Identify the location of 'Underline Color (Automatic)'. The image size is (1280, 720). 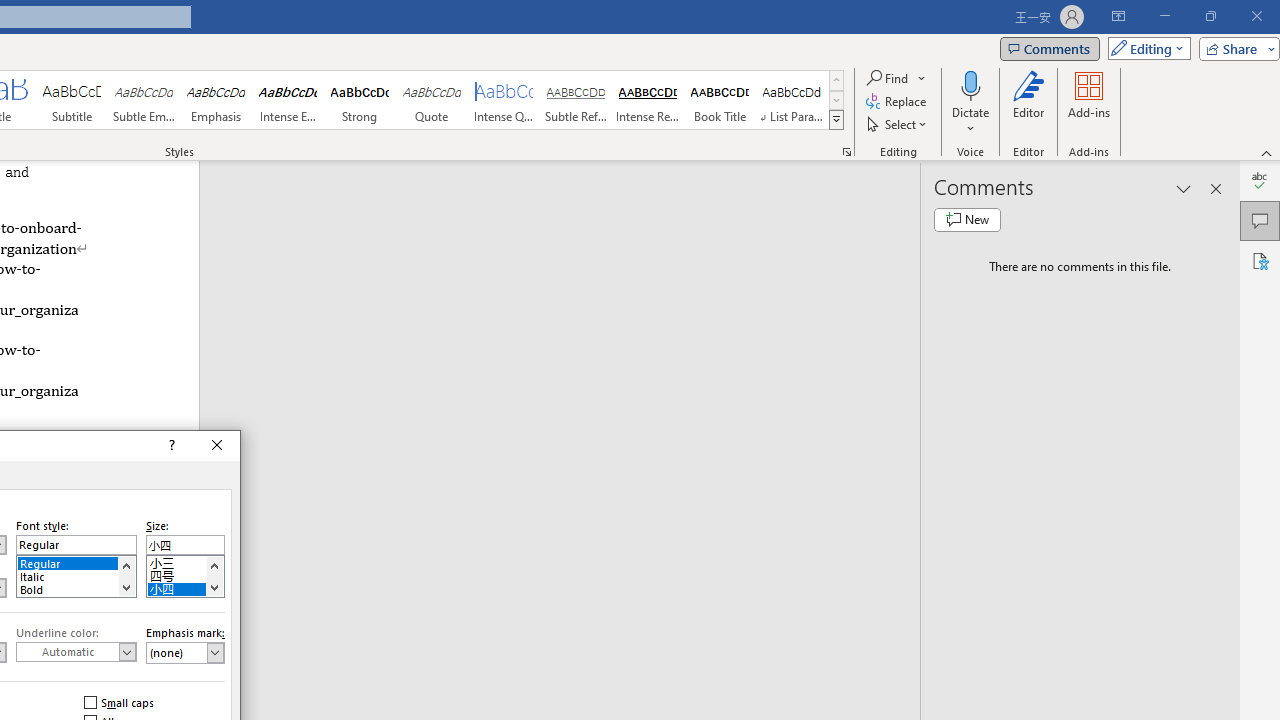
(76, 651).